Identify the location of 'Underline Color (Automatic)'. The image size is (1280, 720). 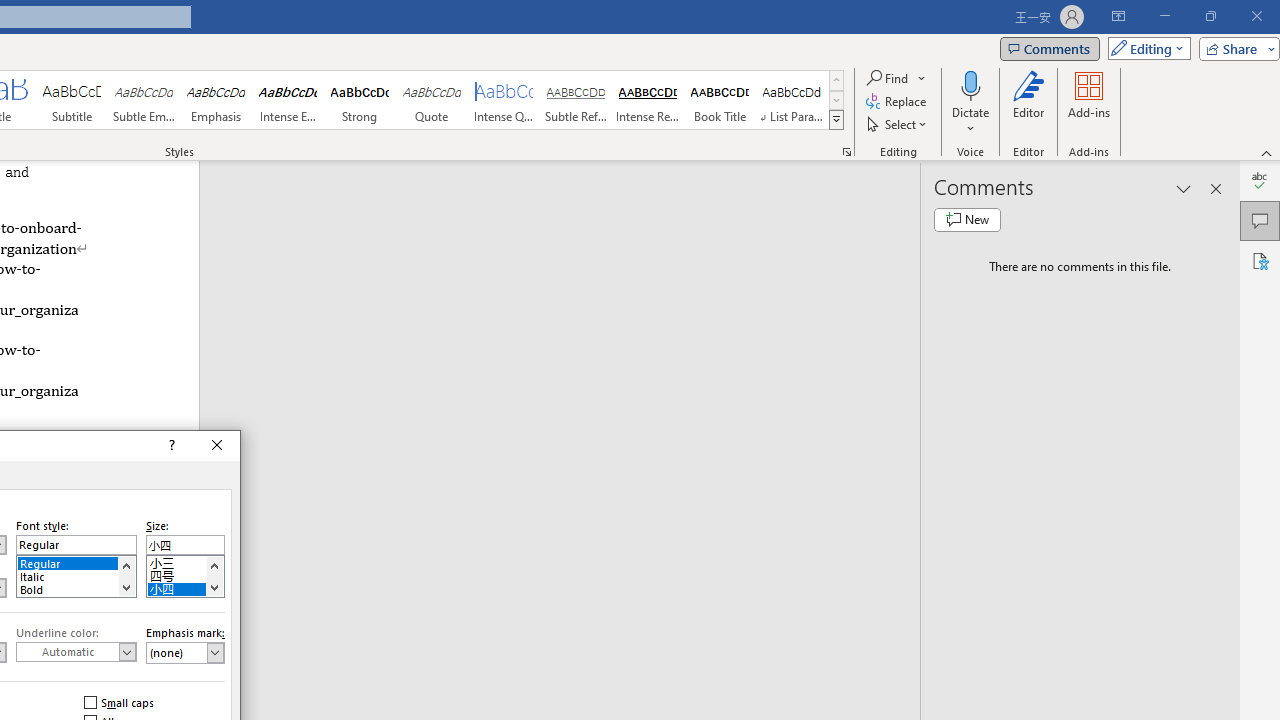
(76, 651).